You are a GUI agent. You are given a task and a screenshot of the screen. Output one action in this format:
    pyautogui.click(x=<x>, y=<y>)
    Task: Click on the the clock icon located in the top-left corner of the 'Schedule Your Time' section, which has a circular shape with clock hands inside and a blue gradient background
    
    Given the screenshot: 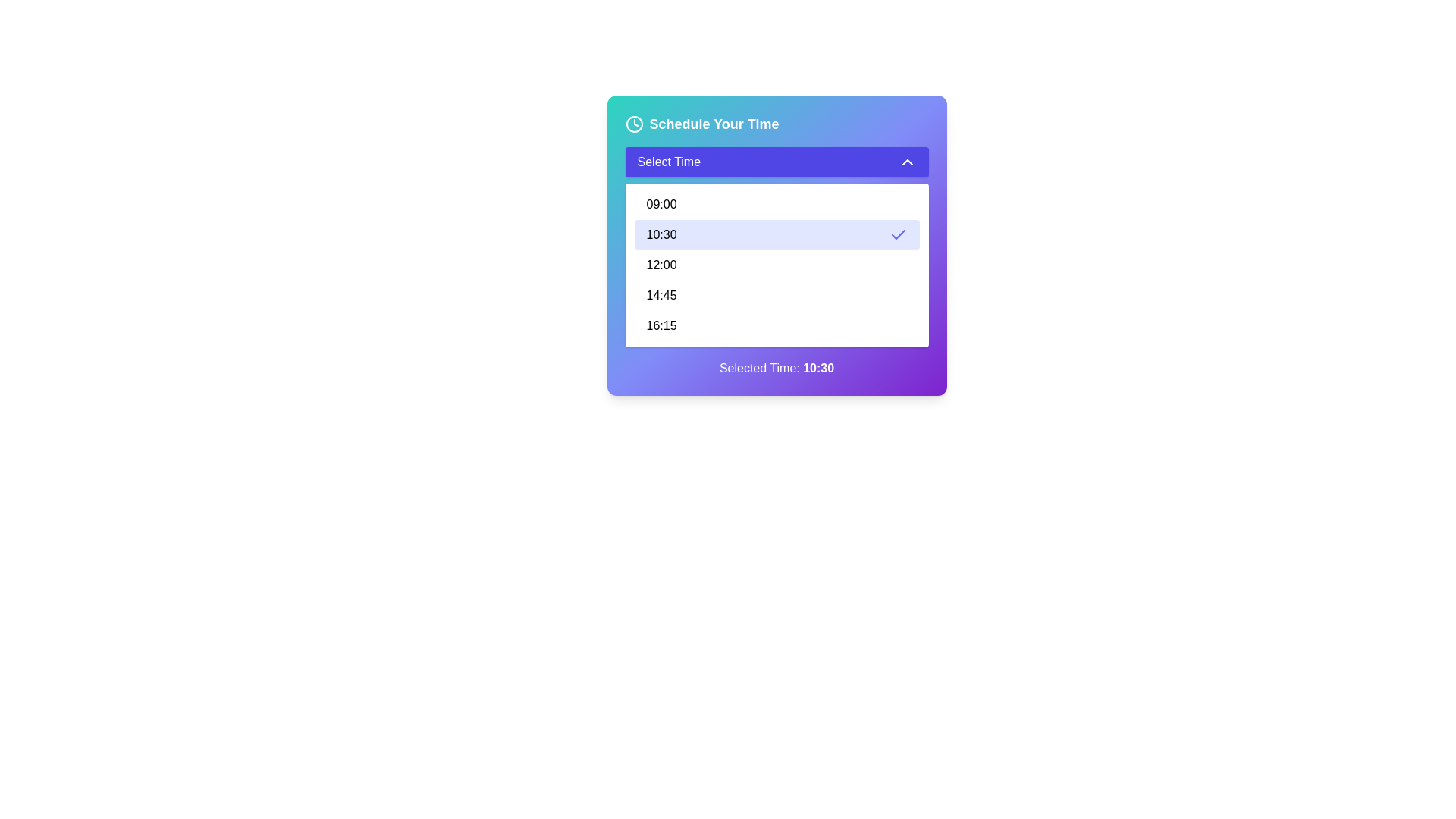 What is the action you would take?
    pyautogui.click(x=634, y=124)
    